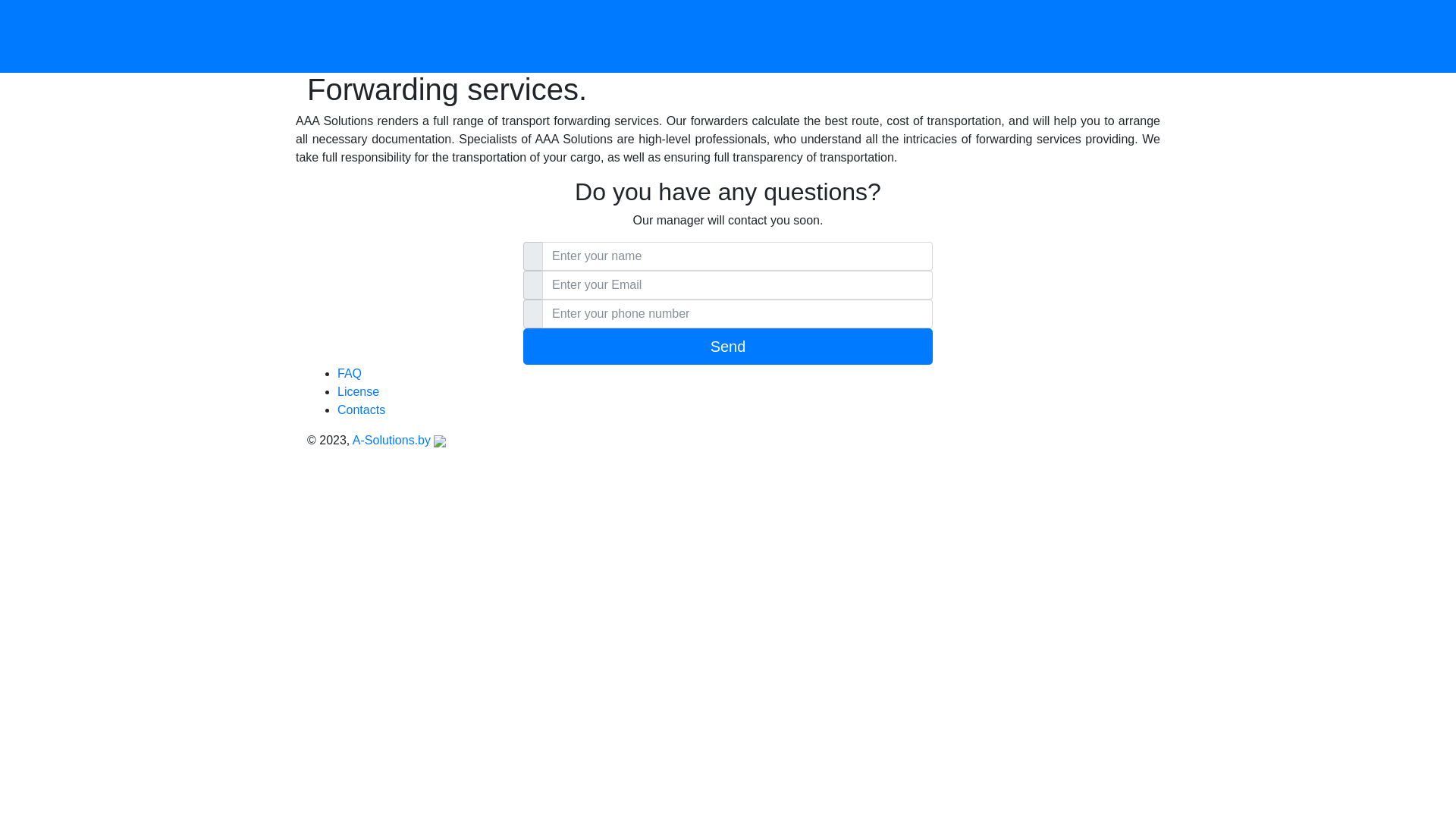 This screenshot has height=819, width=1456. I want to click on 'Send', so click(728, 346).